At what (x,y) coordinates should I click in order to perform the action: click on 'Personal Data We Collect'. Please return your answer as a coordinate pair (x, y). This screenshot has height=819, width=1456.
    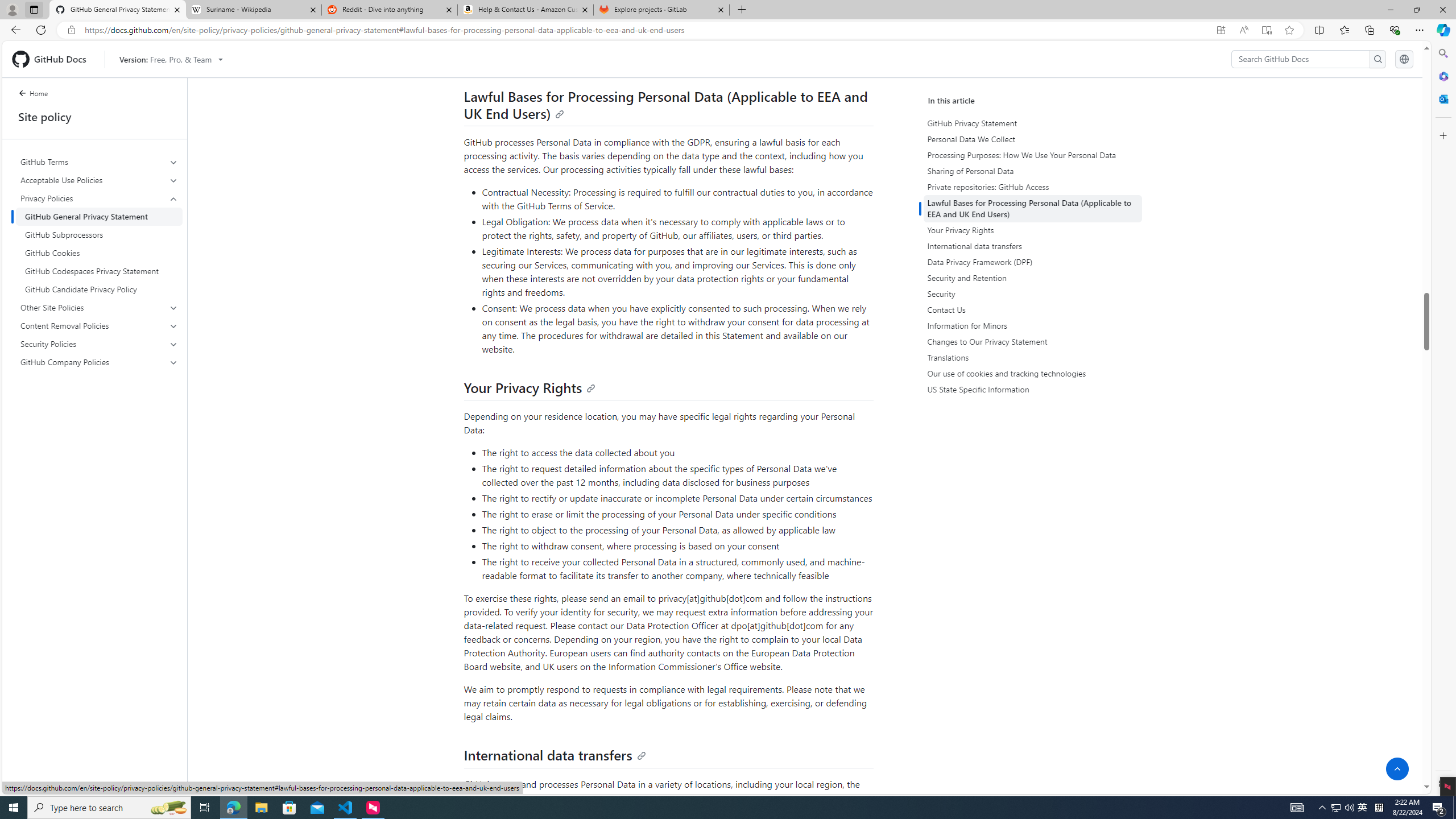
    Looking at the image, I should click on (1032, 139).